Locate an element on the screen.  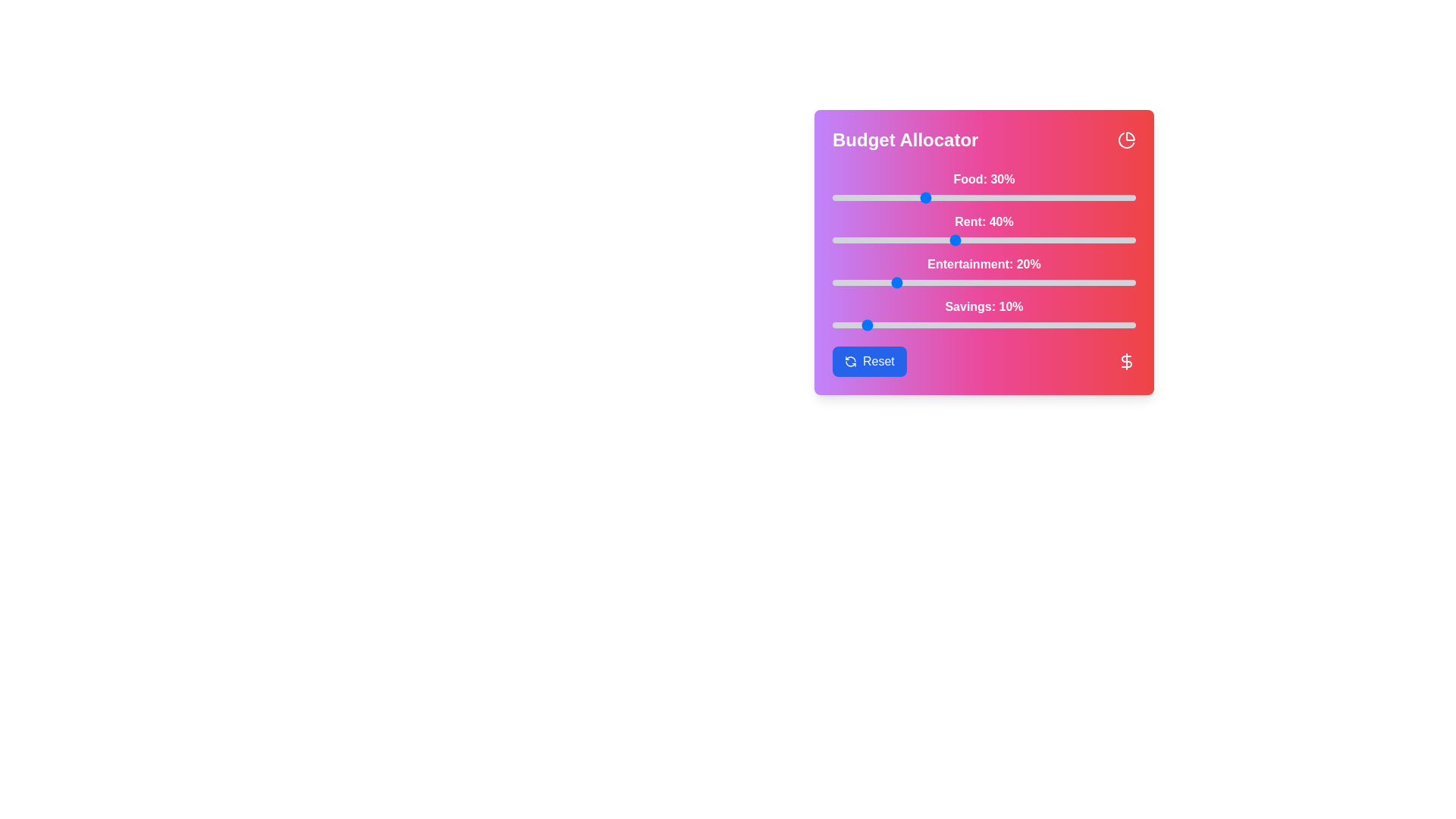
'Food' slider is located at coordinates (872, 197).